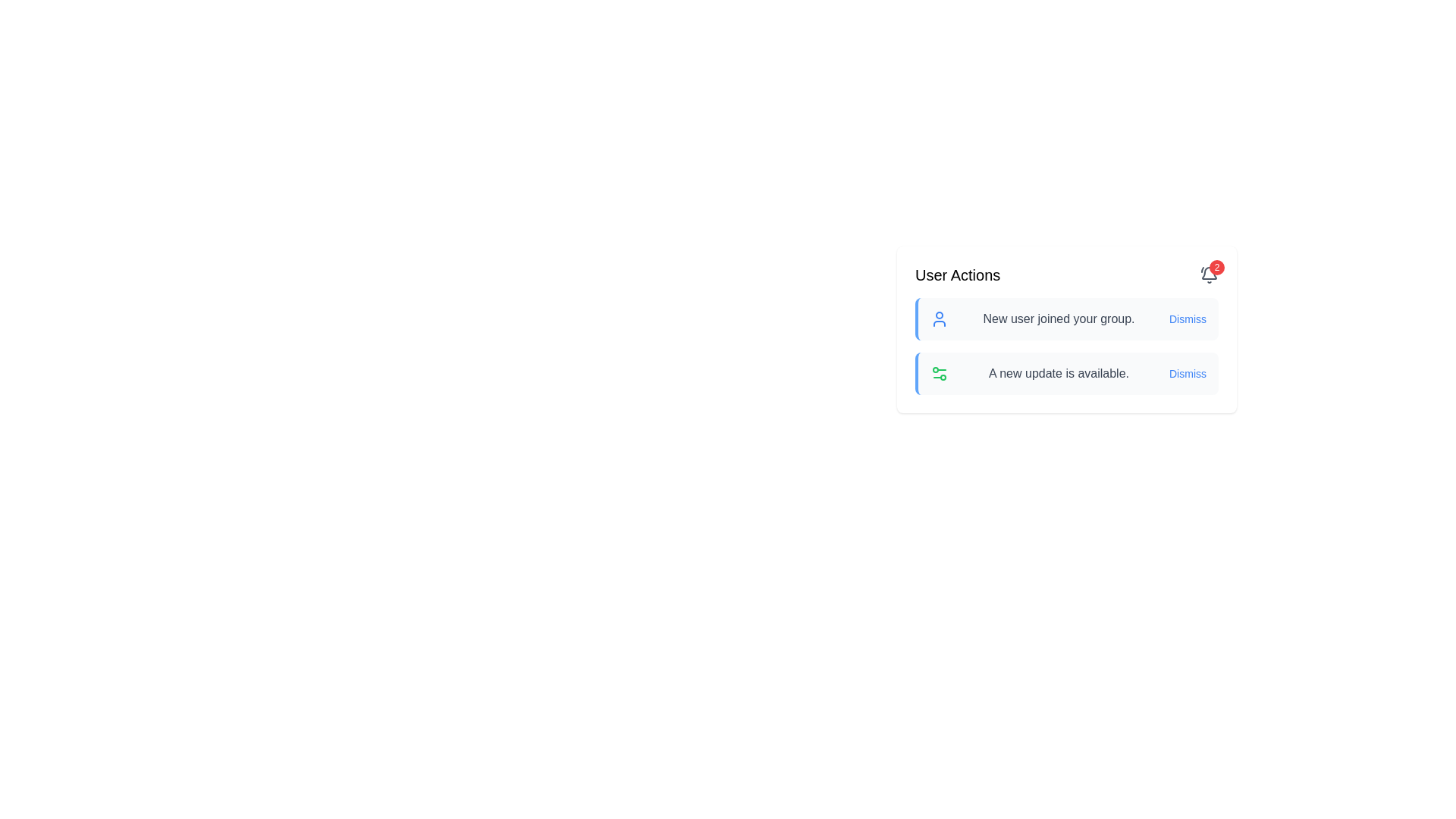  I want to click on the 'Dismiss' button, which is styled as small blue text and located at the end of the notification about a new user joining the group, so click(1187, 318).